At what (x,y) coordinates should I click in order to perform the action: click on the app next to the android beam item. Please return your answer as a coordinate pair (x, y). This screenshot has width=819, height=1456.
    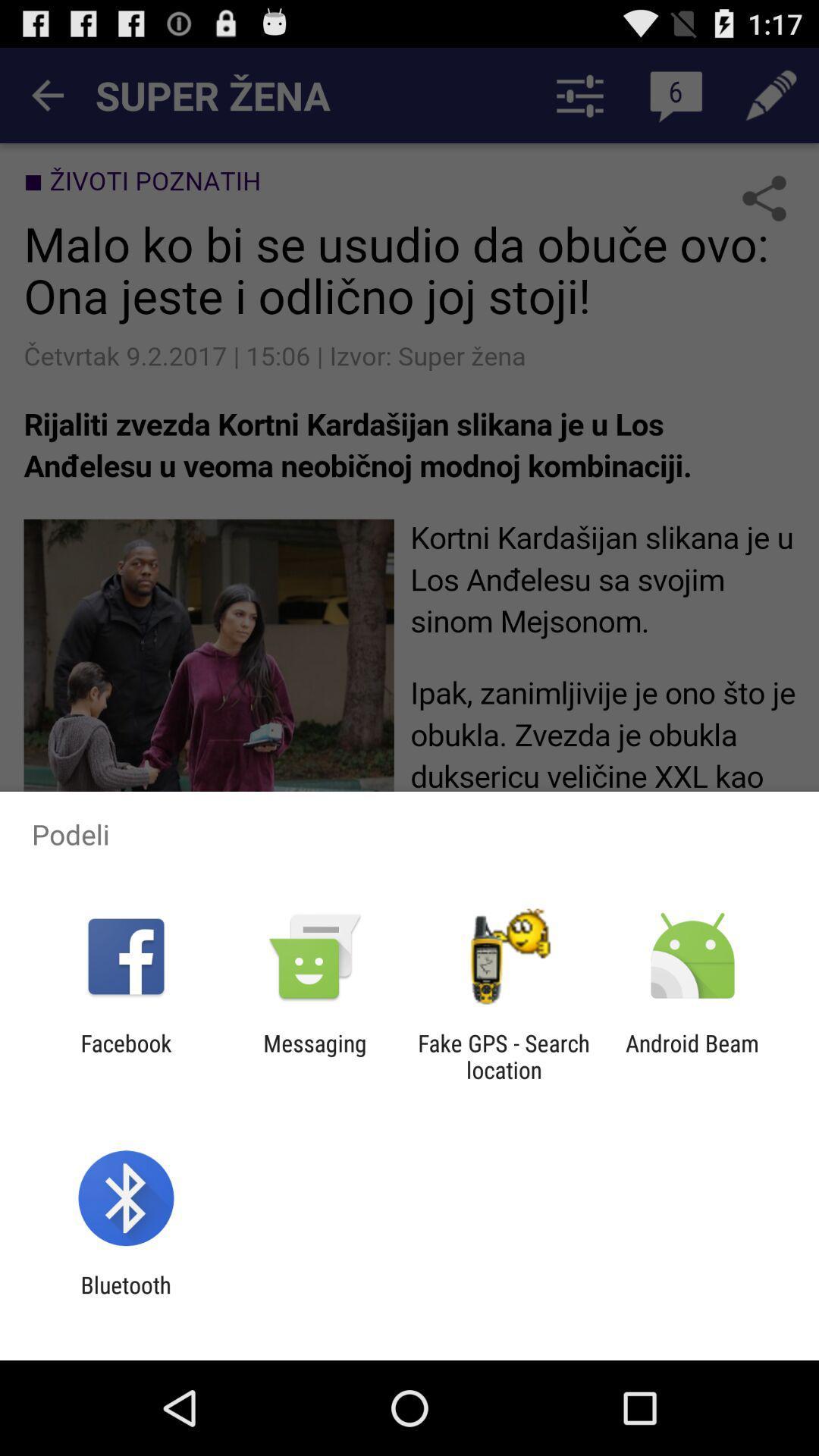
    Looking at the image, I should click on (504, 1056).